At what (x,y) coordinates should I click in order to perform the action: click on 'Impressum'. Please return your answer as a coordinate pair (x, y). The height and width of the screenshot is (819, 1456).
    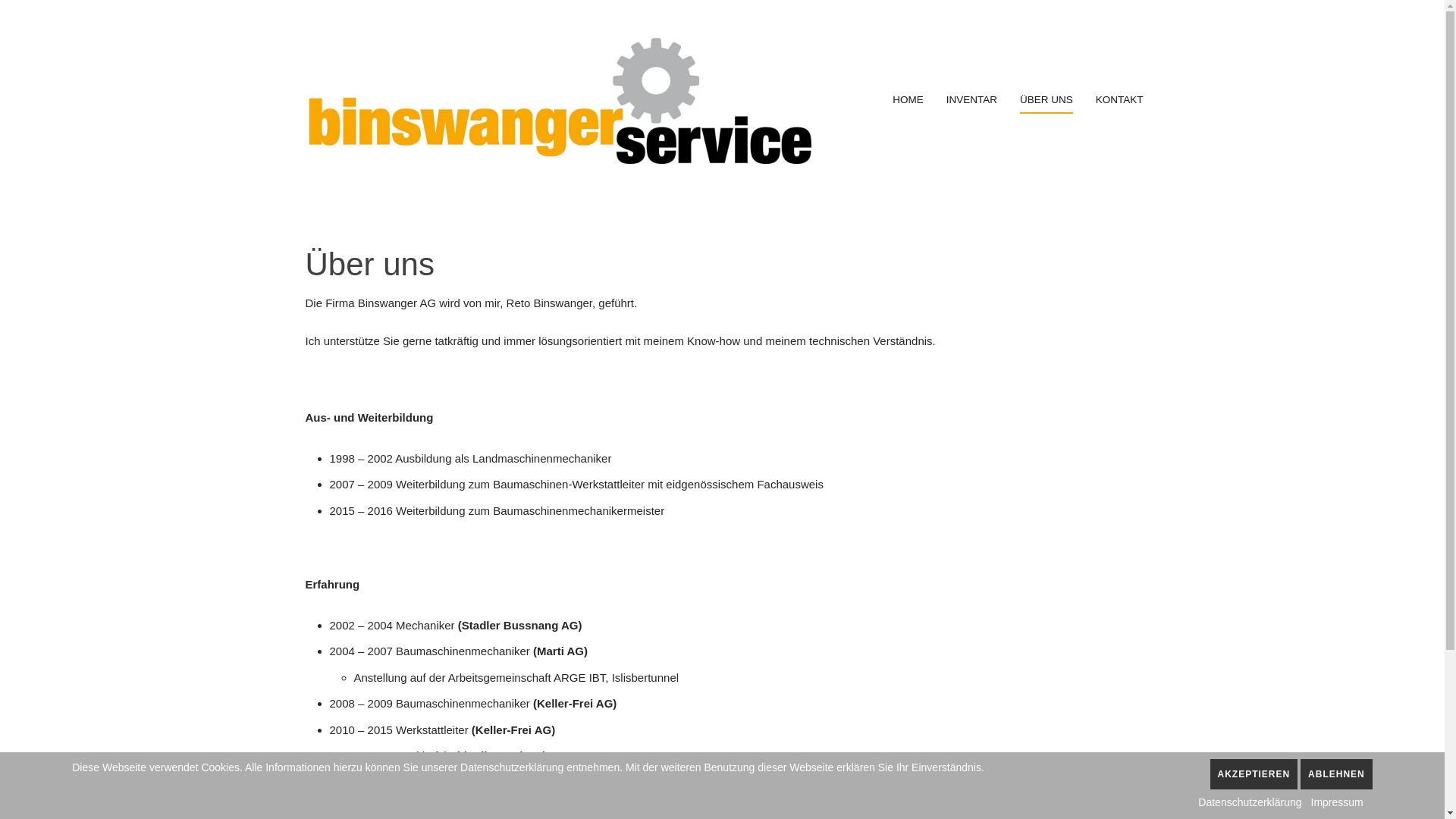
    Looking at the image, I should click on (1310, 801).